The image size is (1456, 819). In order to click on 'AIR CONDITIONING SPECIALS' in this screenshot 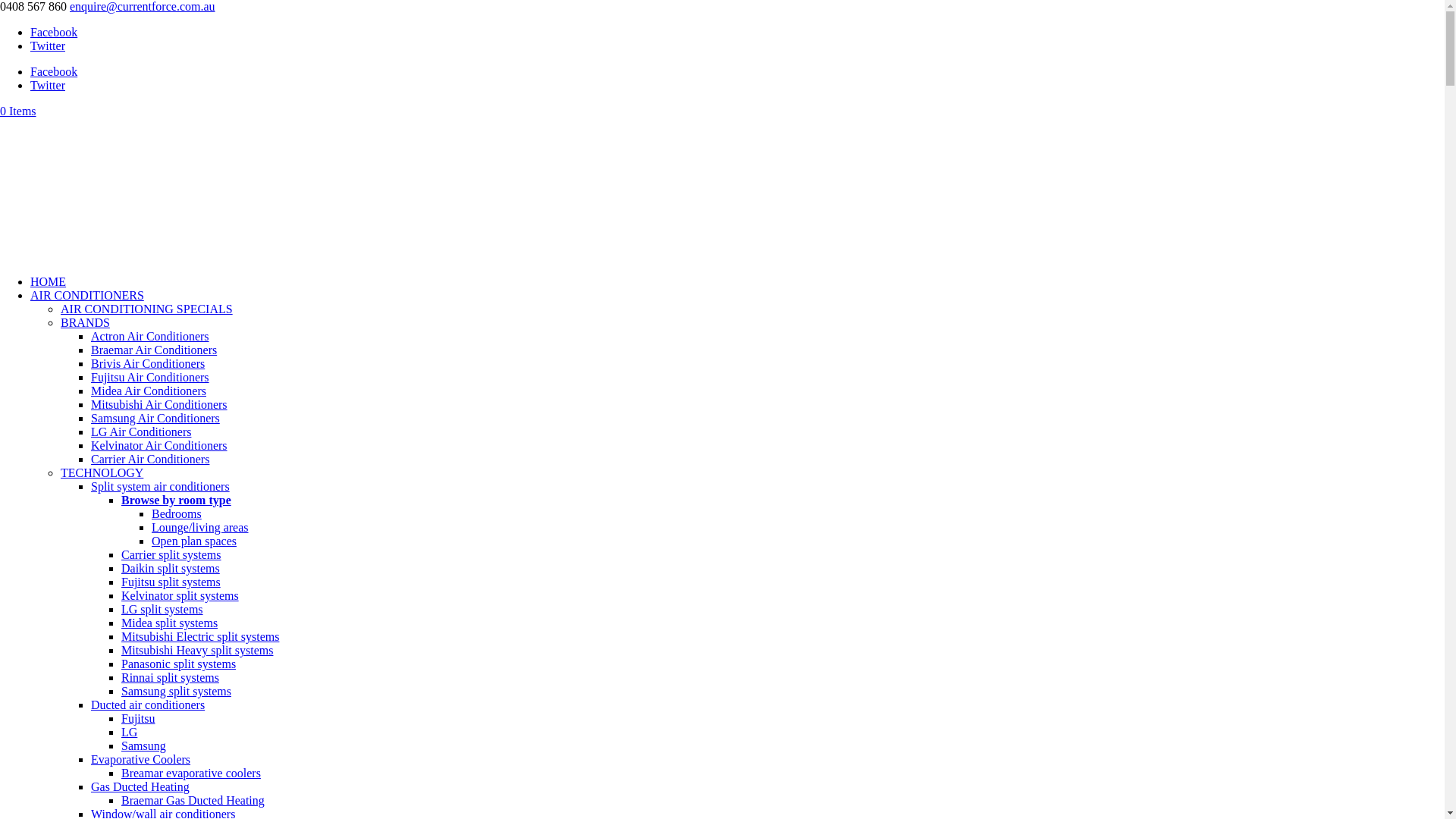, I will do `click(146, 308)`.